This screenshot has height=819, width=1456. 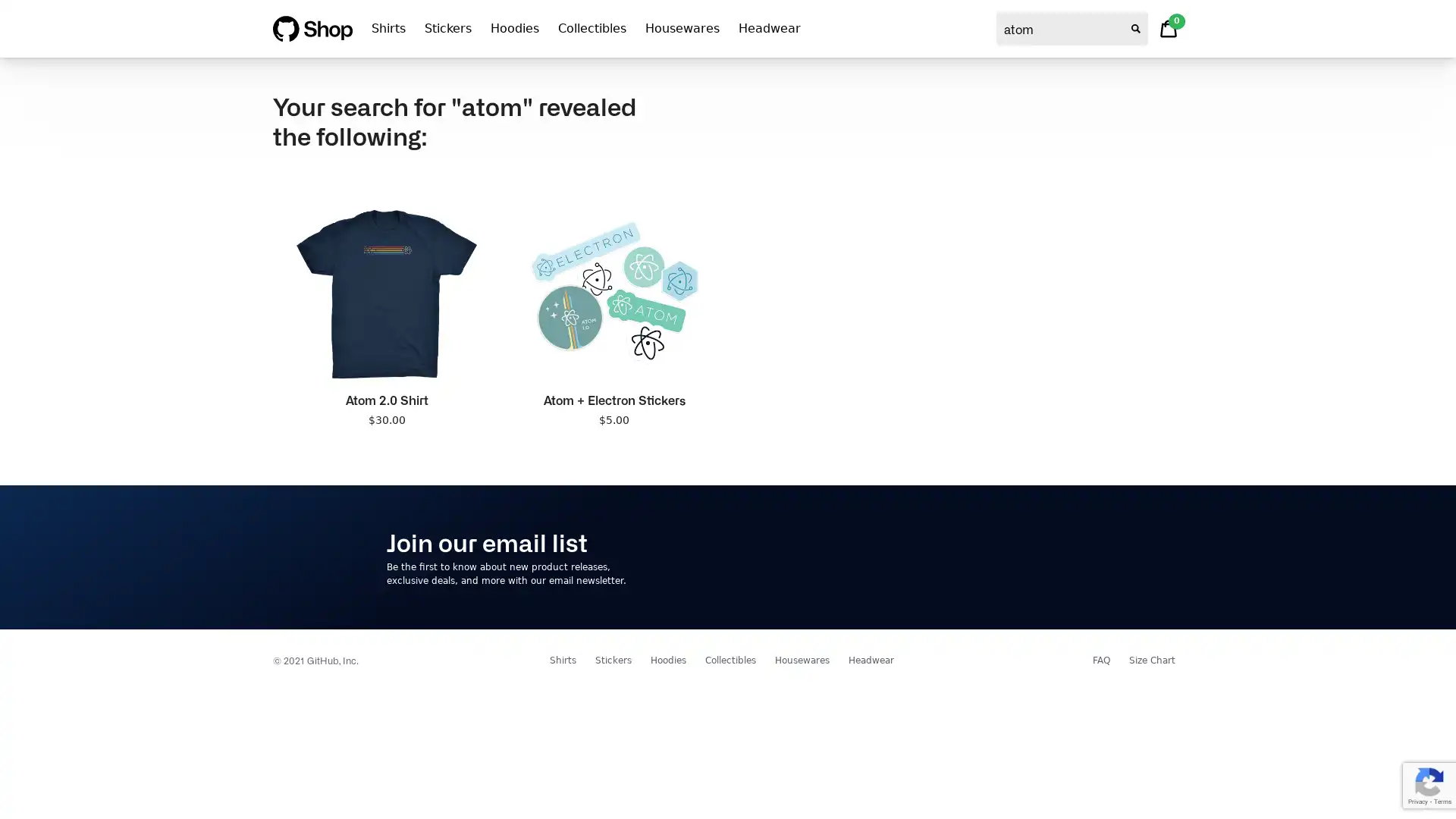 What do you see at coordinates (1023, 557) in the screenshot?
I see `Subscribe` at bounding box center [1023, 557].